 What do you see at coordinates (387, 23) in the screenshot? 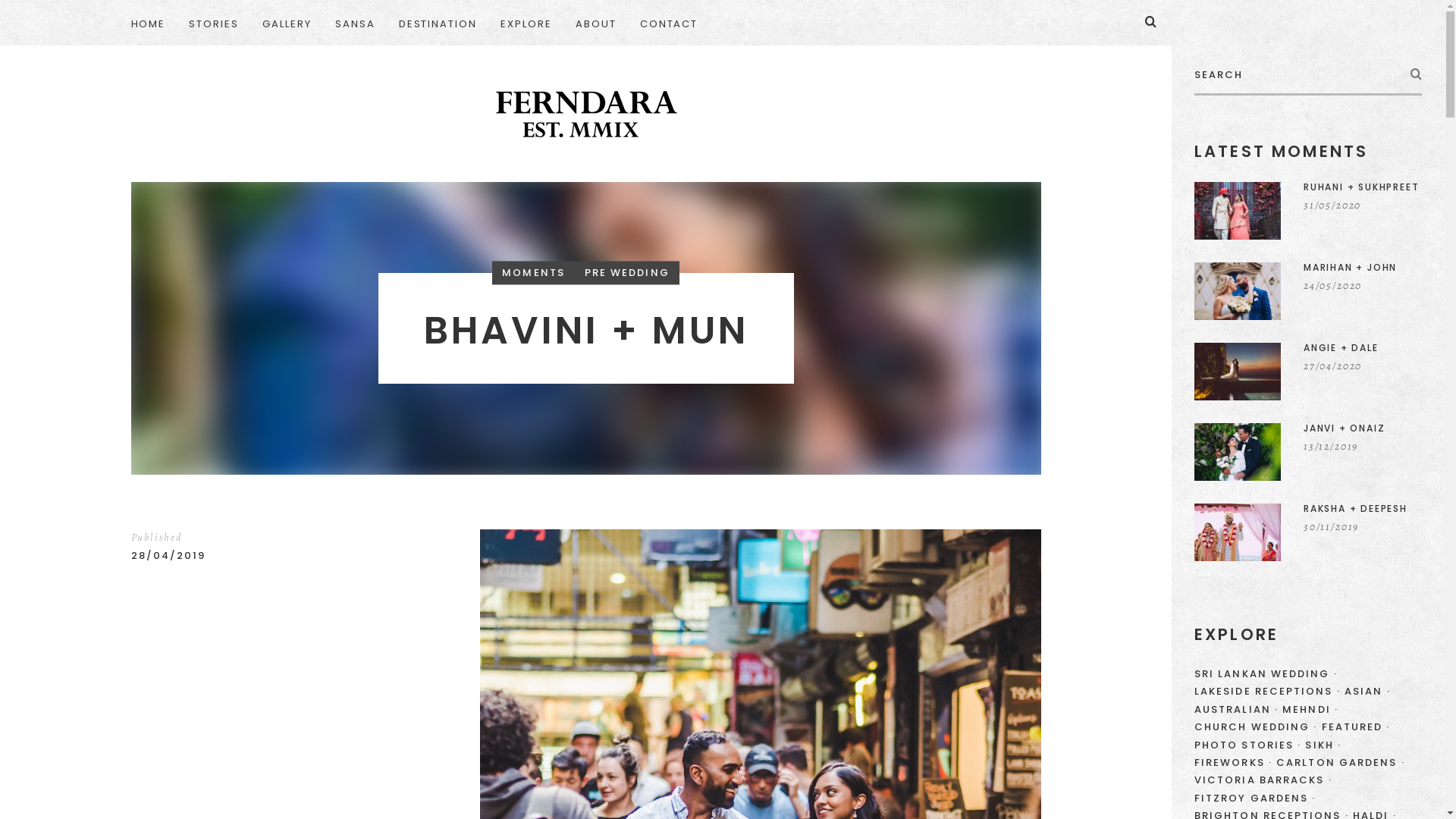
I see `'DESTINATION'` at bounding box center [387, 23].